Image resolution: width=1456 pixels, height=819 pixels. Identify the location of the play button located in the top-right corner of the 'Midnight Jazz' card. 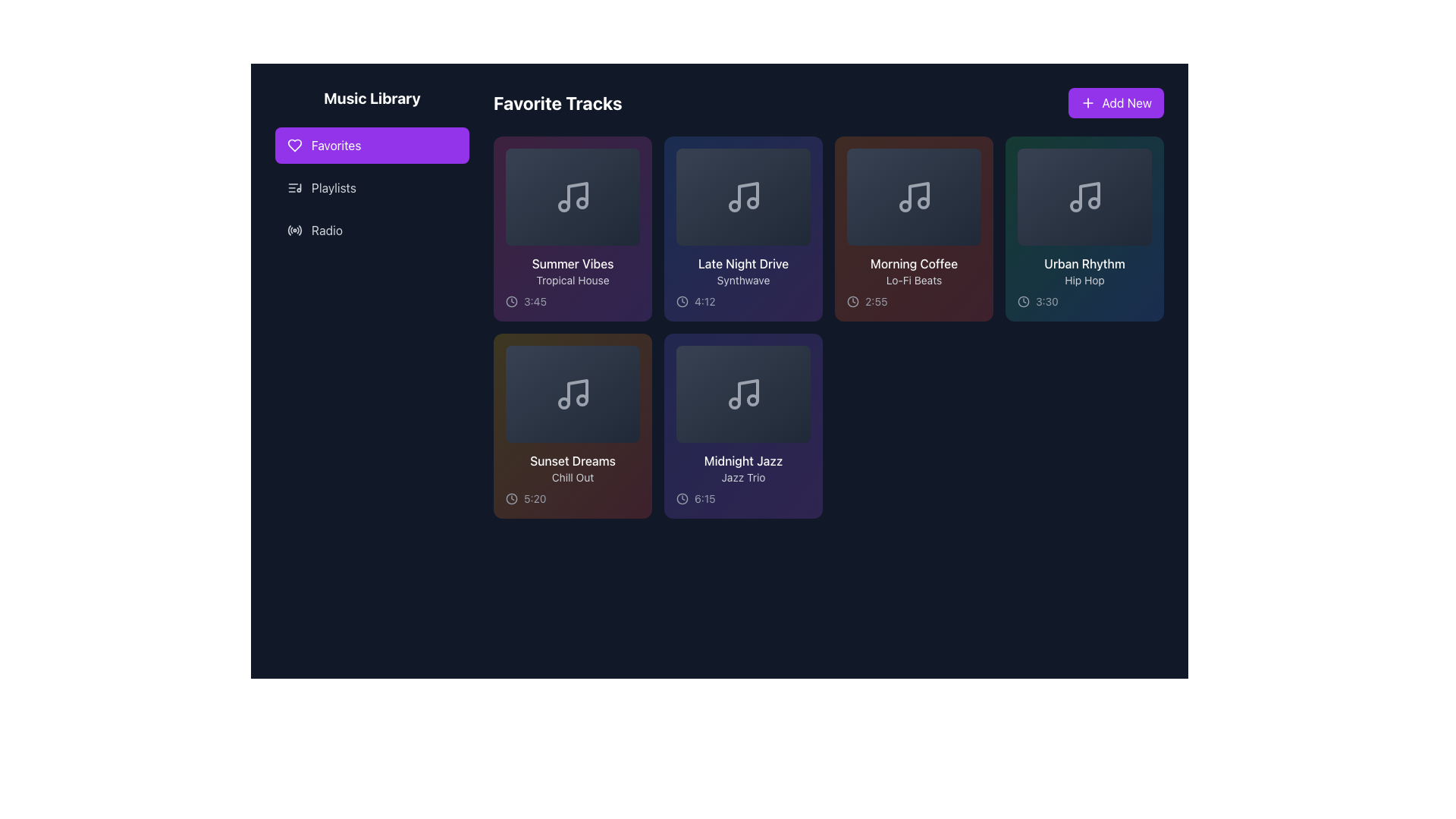
(800, 354).